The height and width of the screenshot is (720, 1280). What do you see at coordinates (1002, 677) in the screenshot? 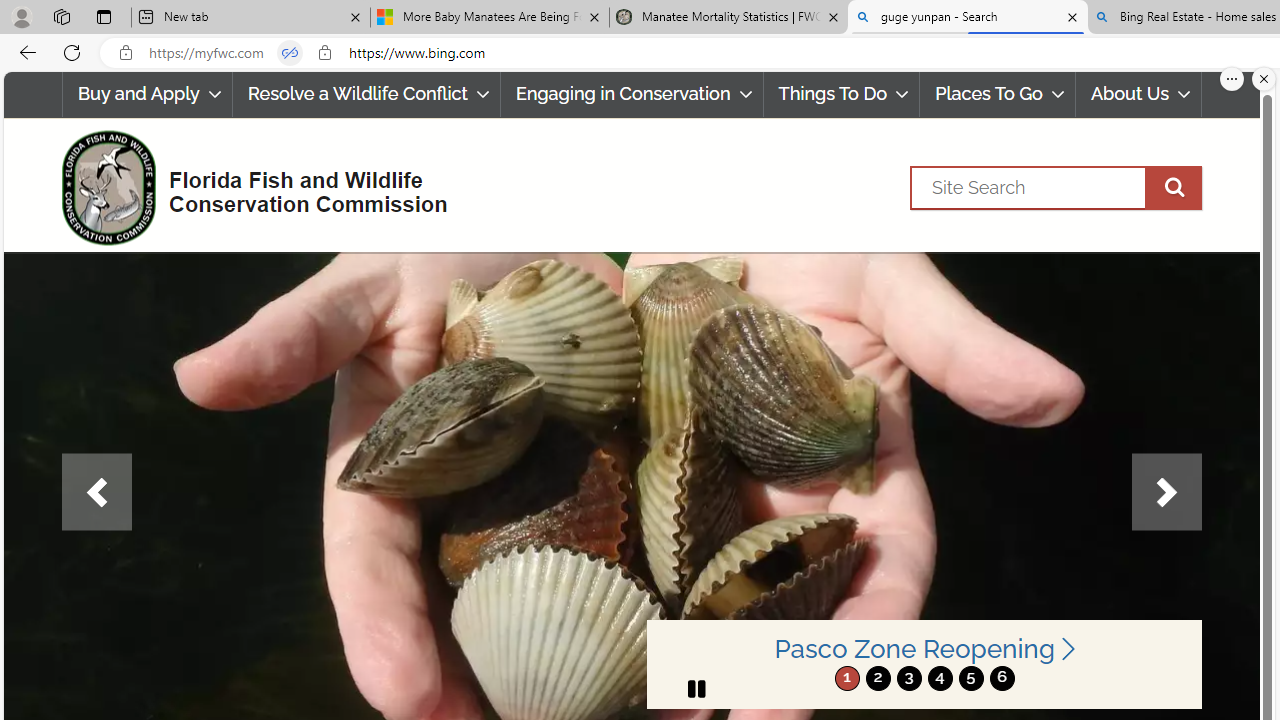
I see `'move to slide 6'` at bounding box center [1002, 677].